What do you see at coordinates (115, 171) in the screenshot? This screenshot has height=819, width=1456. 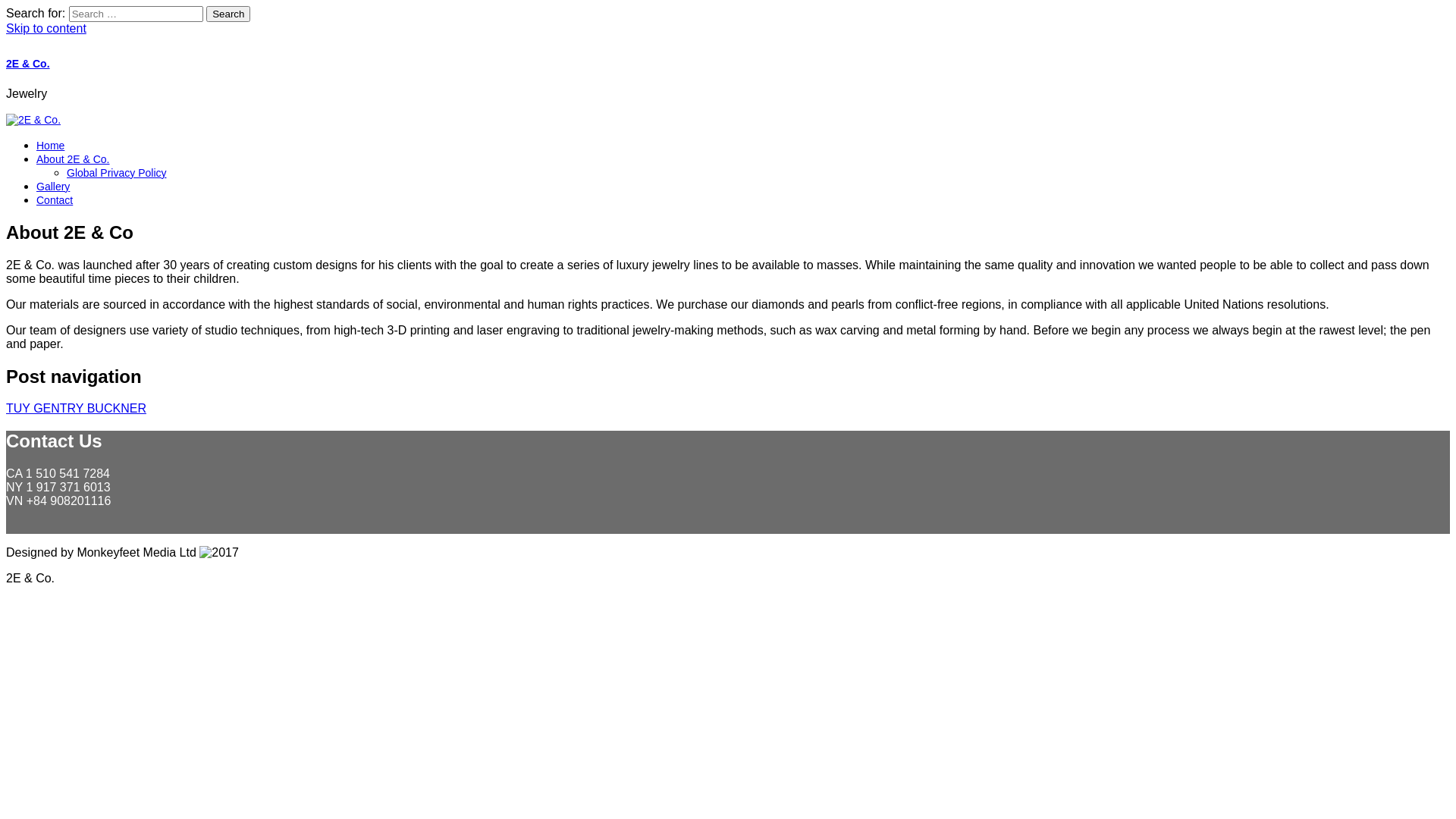 I see `'Global Privacy Policy'` at bounding box center [115, 171].